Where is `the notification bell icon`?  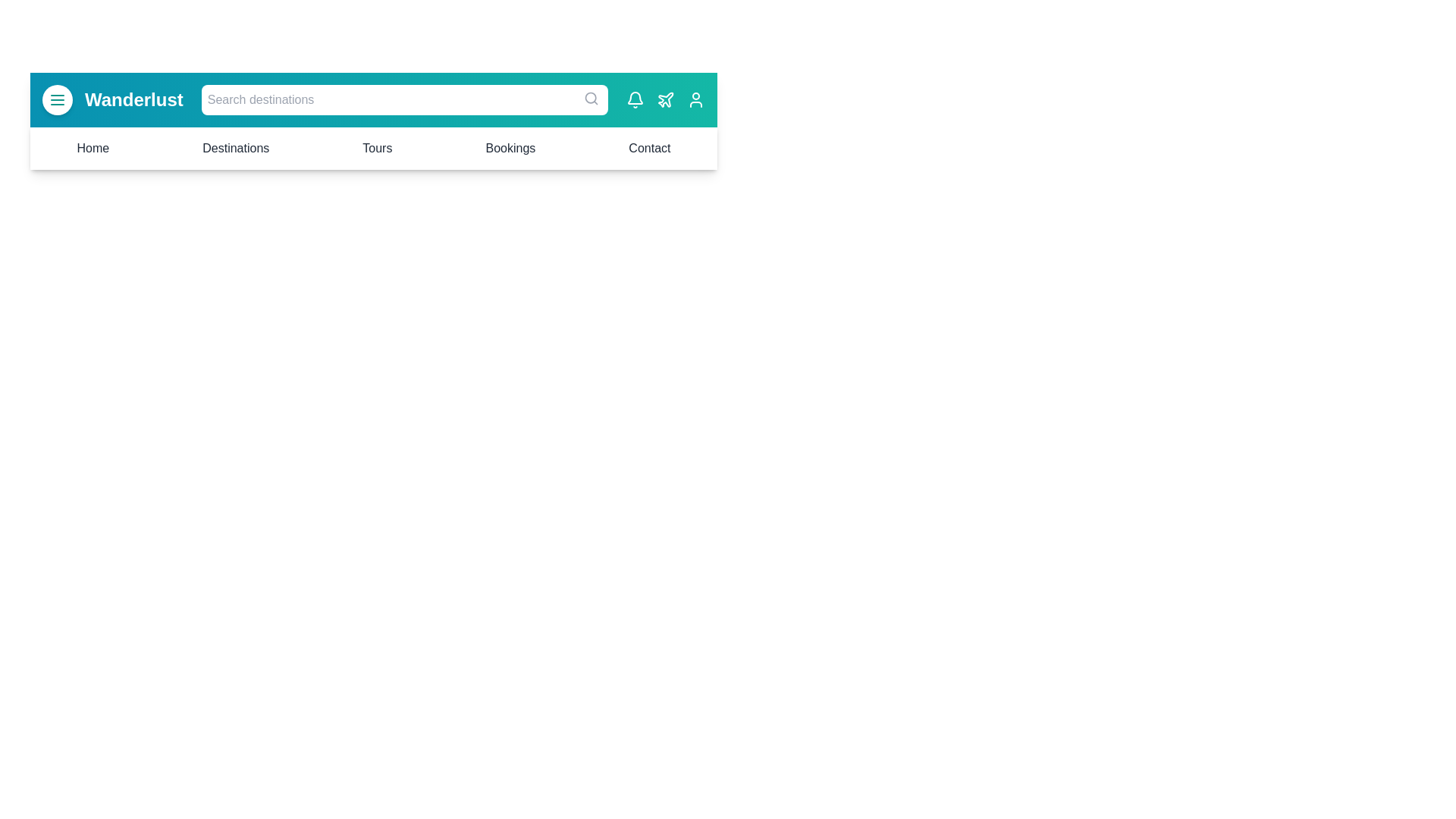
the notification bell icon is located at coordinates (635, 99).